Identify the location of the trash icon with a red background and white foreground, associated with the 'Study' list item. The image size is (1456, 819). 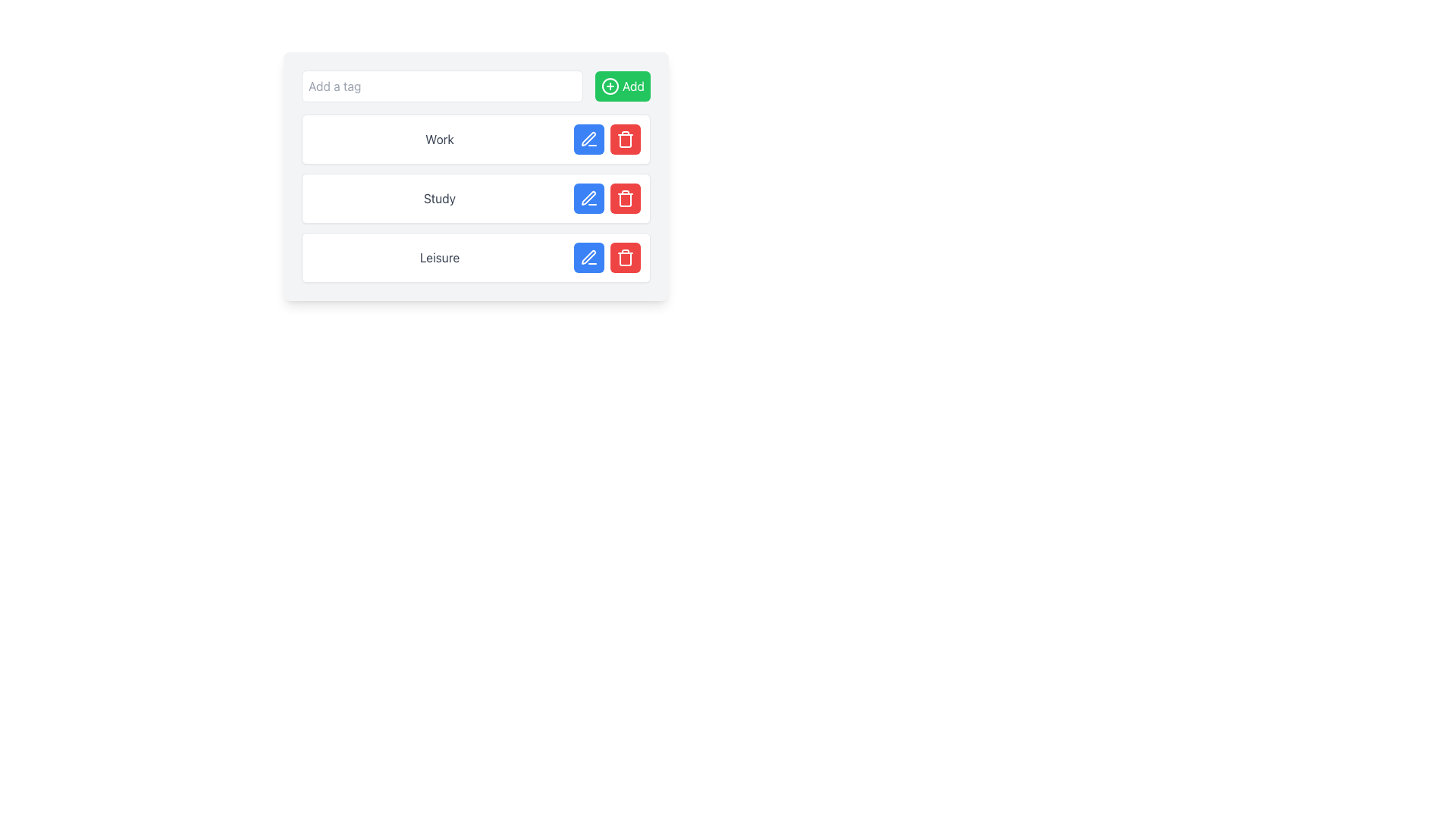
(626, 198).